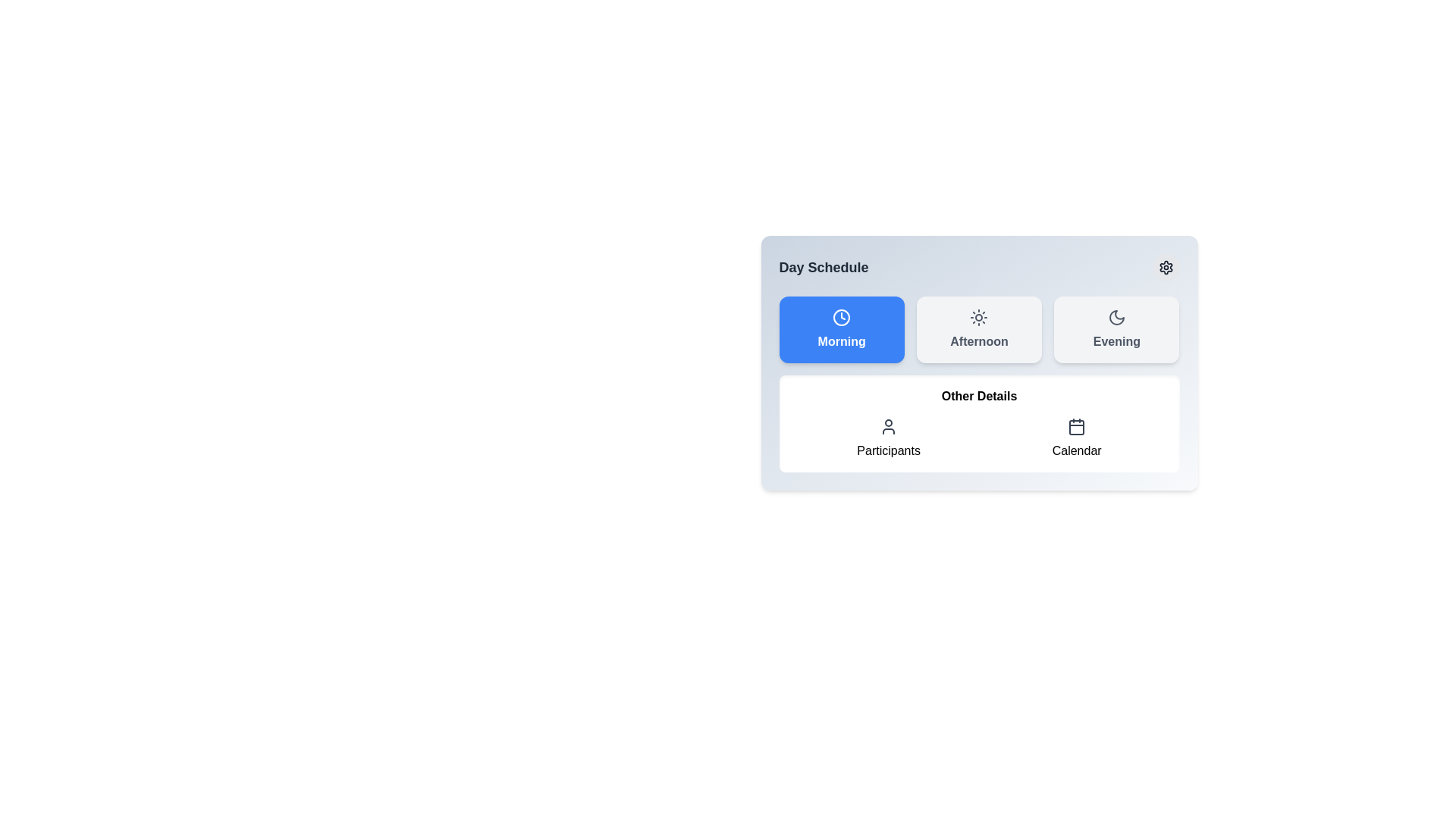 This screenshot has height=819, width=1456. I want to click on the 'Participants' UI element, which features a user icon above the text label, so click(889, 438).